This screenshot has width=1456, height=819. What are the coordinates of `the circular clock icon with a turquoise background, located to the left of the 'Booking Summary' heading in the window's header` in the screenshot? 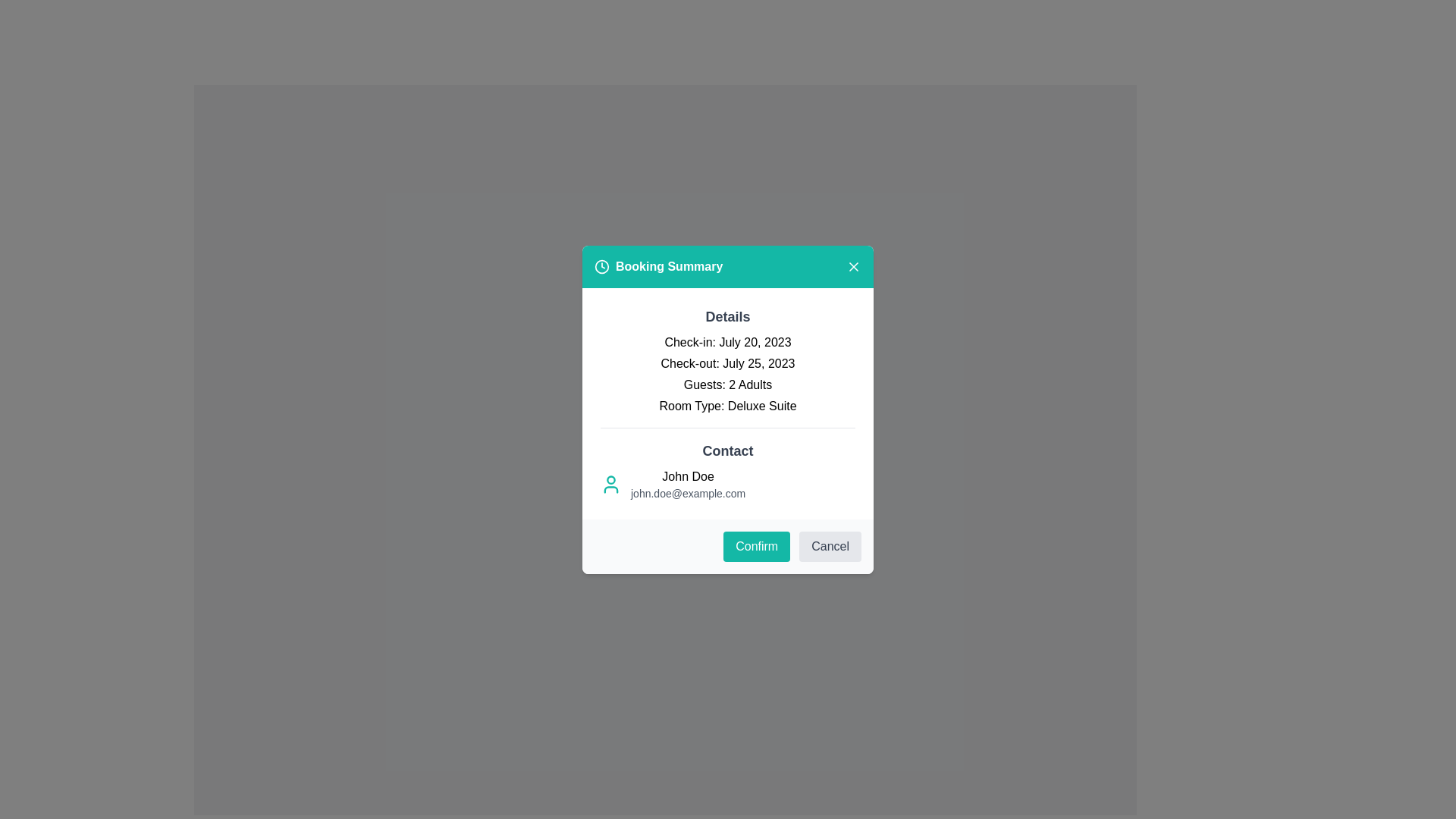 It's located at (601, 265).